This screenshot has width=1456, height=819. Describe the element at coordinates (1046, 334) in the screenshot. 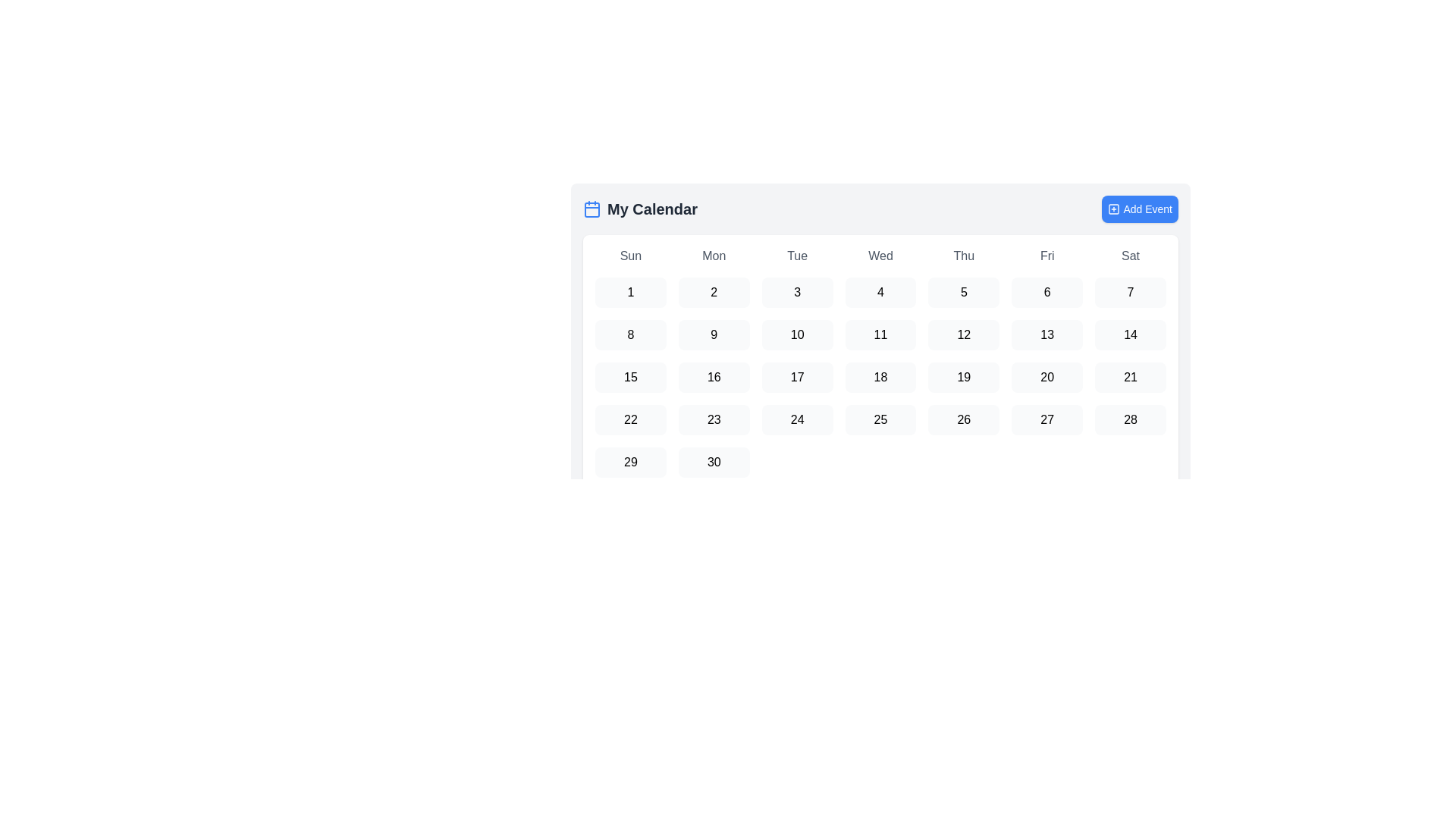

I see `the small rectangular display element with a light-gray background containing the text '13', located in the calendar grid under the 'Fri' column and third row` at that location.